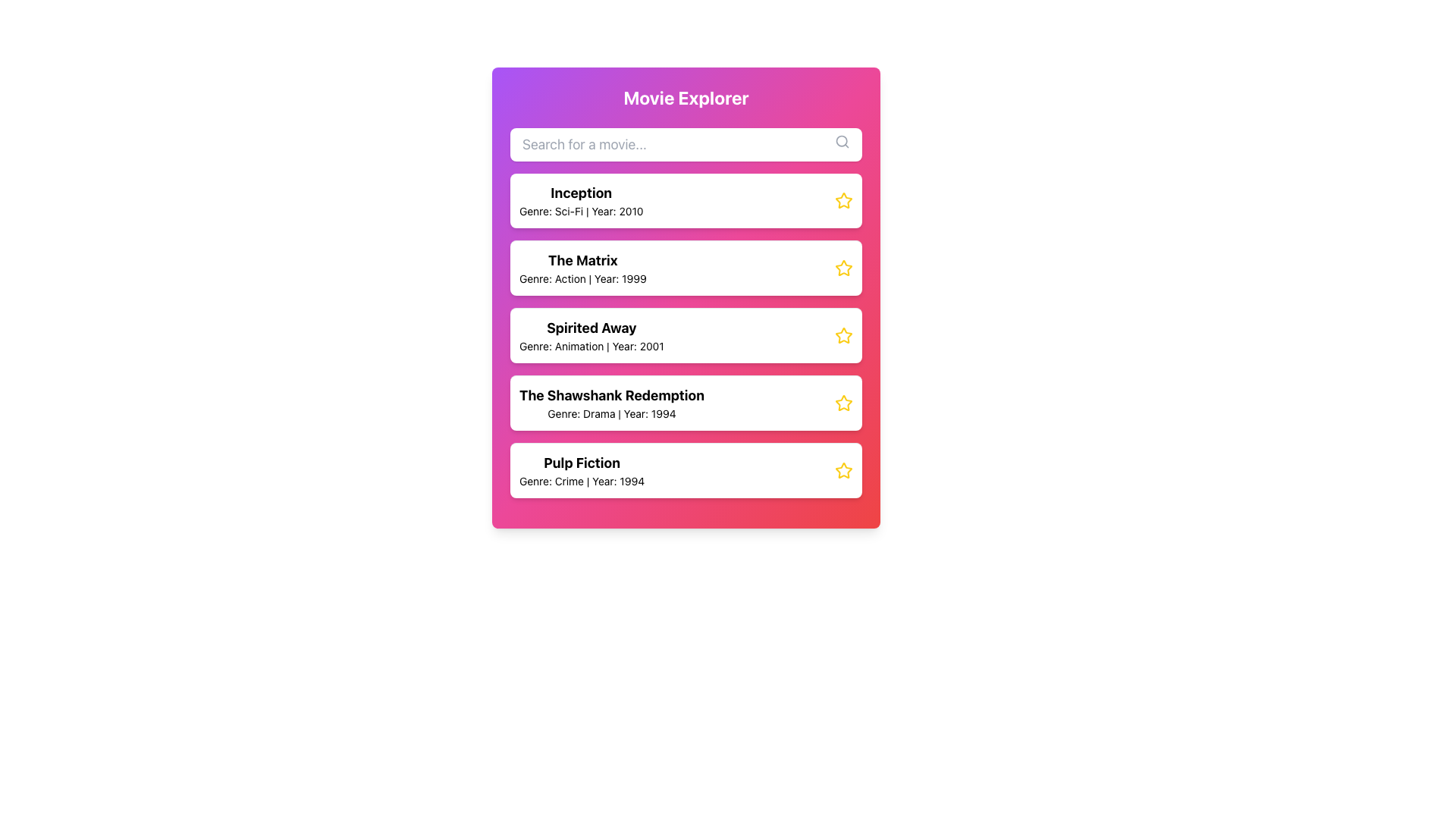 This screenshot has height=819, width=1456. I want to click on text displayed in the textual component showing 'Genre: Sci-Fi | Year: 2010', located under the movie title 'Inception' in the 'Movie Explorer' panel, so click(580, 211).